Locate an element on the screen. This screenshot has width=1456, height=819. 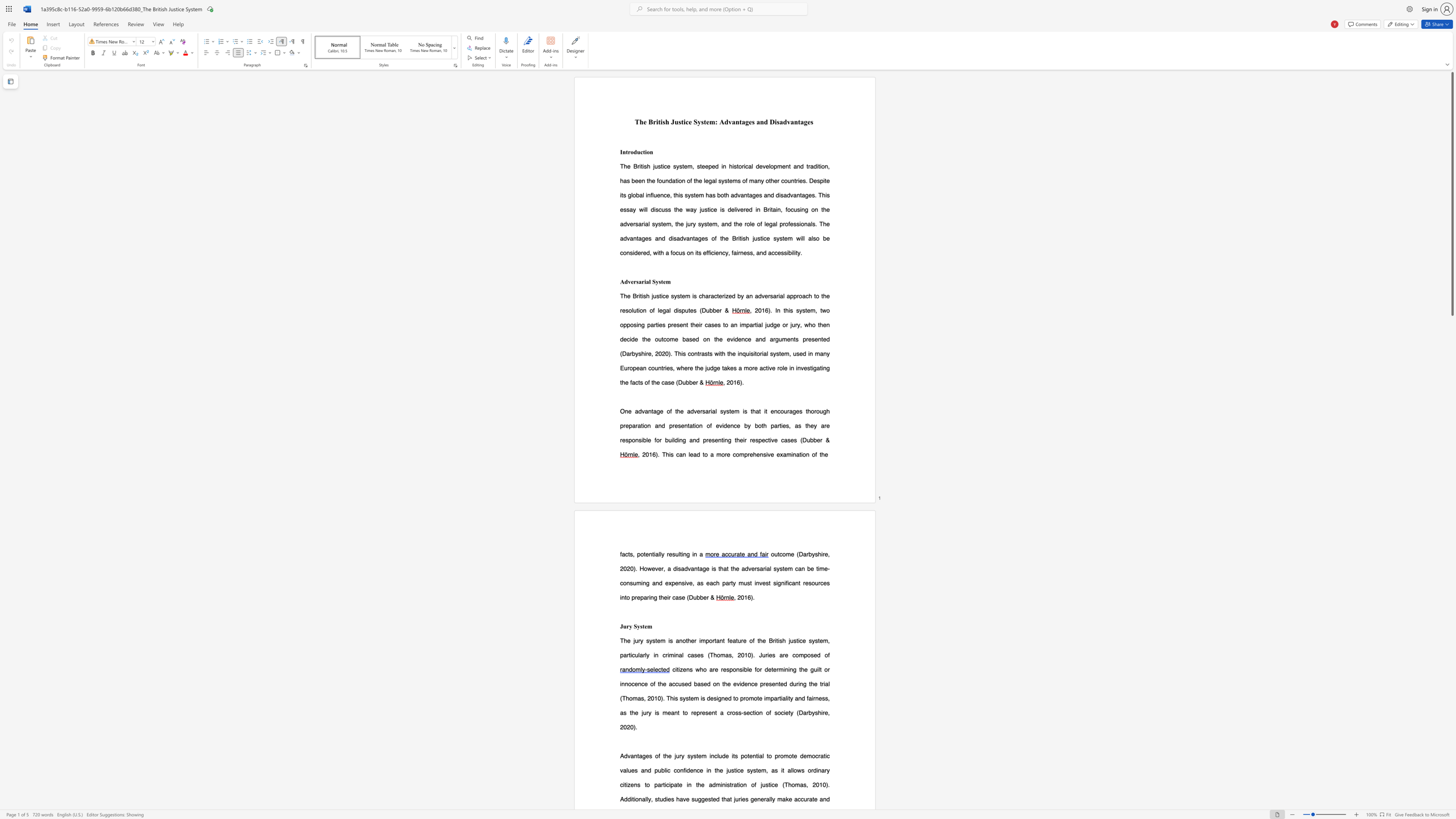
the 5th character "a" in the text is located at coordinates (792, 122).